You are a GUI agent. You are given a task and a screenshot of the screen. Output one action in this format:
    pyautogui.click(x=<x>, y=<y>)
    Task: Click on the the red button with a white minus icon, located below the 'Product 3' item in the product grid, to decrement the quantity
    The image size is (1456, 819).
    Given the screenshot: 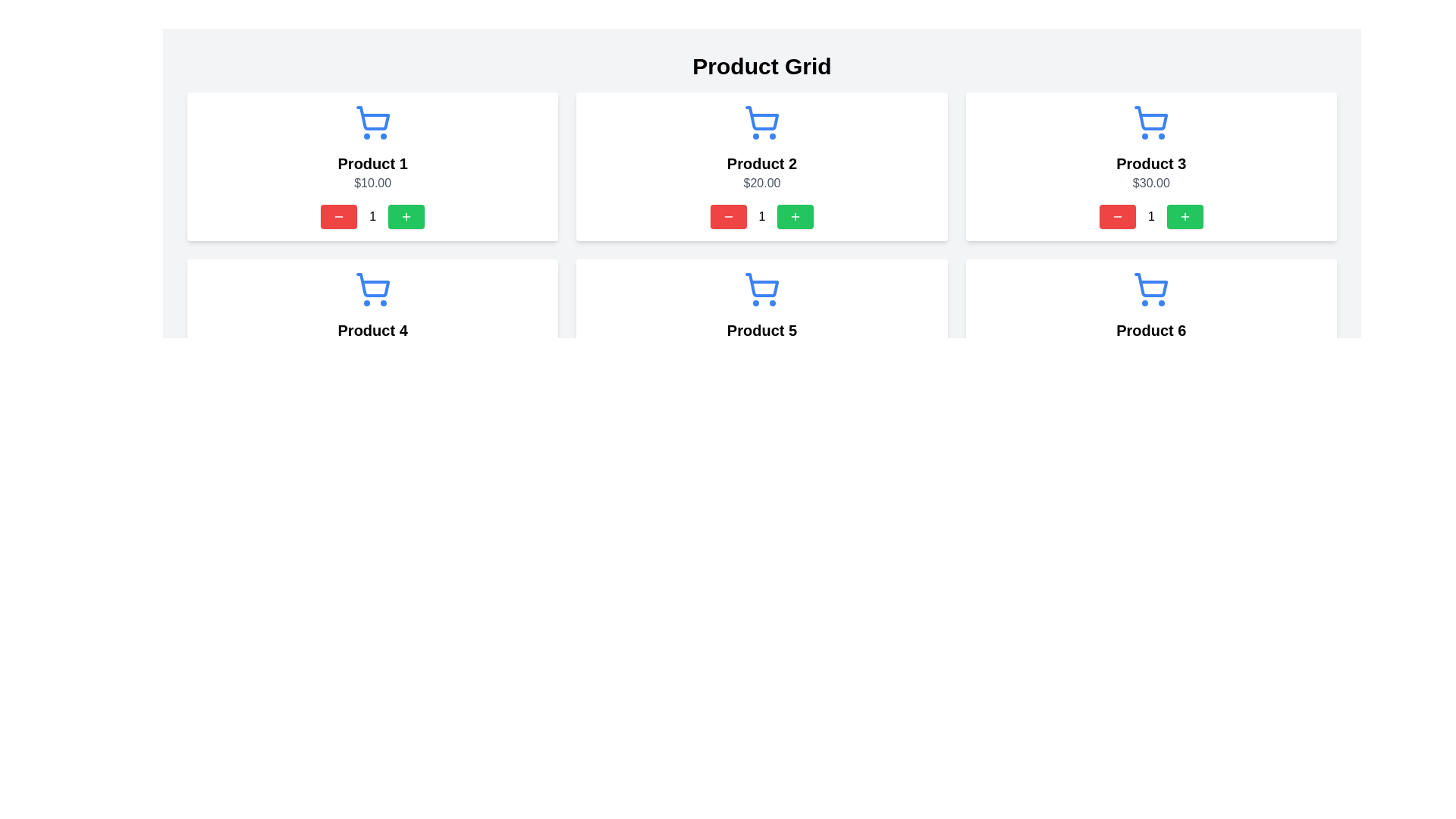 What is the action you would take?
    pyautogui.click(x=1117, y=216)
    